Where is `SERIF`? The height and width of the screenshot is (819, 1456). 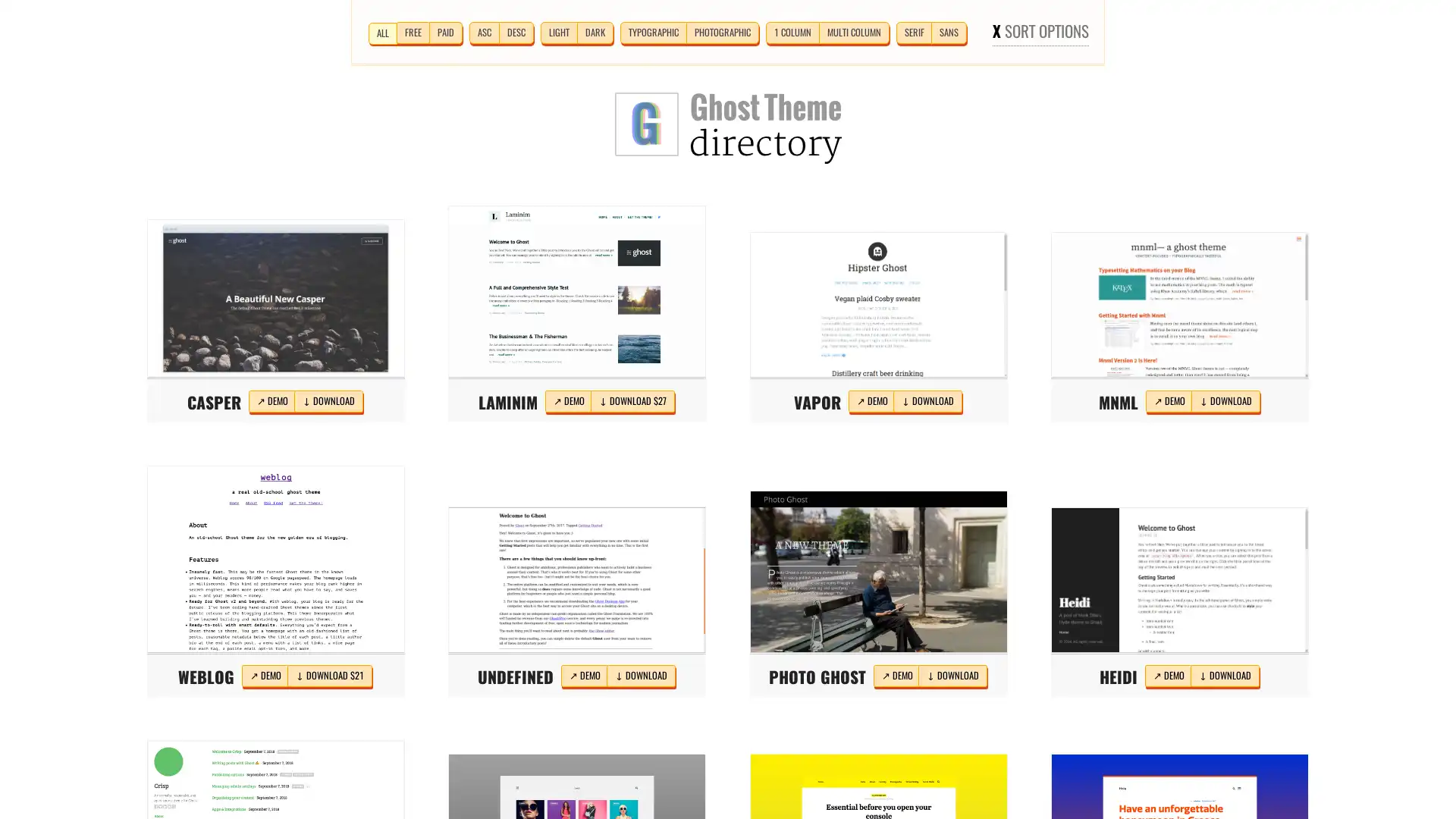
SERIF is located at coordinates (912, 32).